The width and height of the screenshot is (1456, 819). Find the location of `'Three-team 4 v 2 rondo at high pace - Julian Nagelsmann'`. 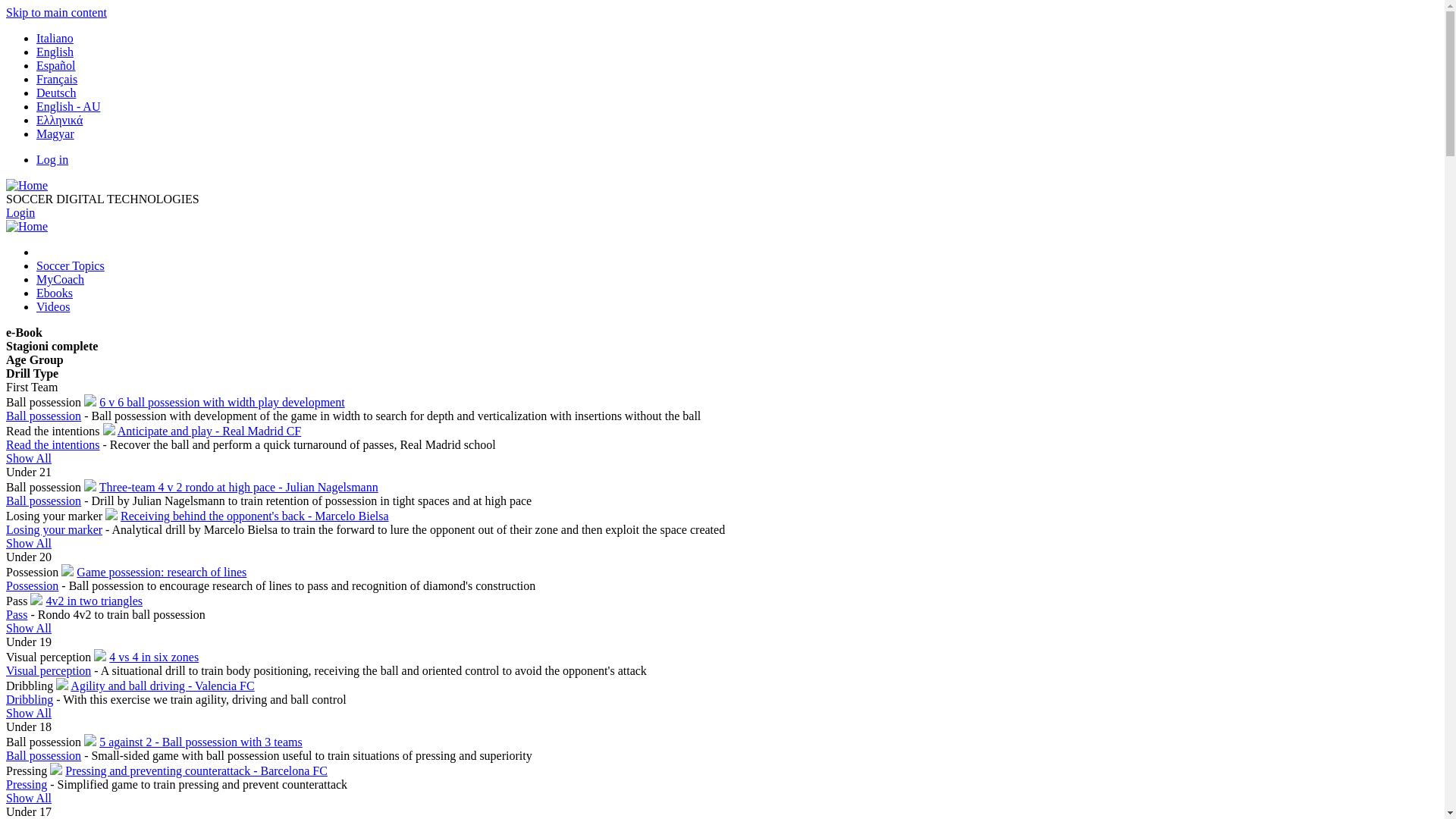

'Three-team 4 v 2 rondo at high pace - Julian Nagelsmann' is located at coordinates (238, 487).